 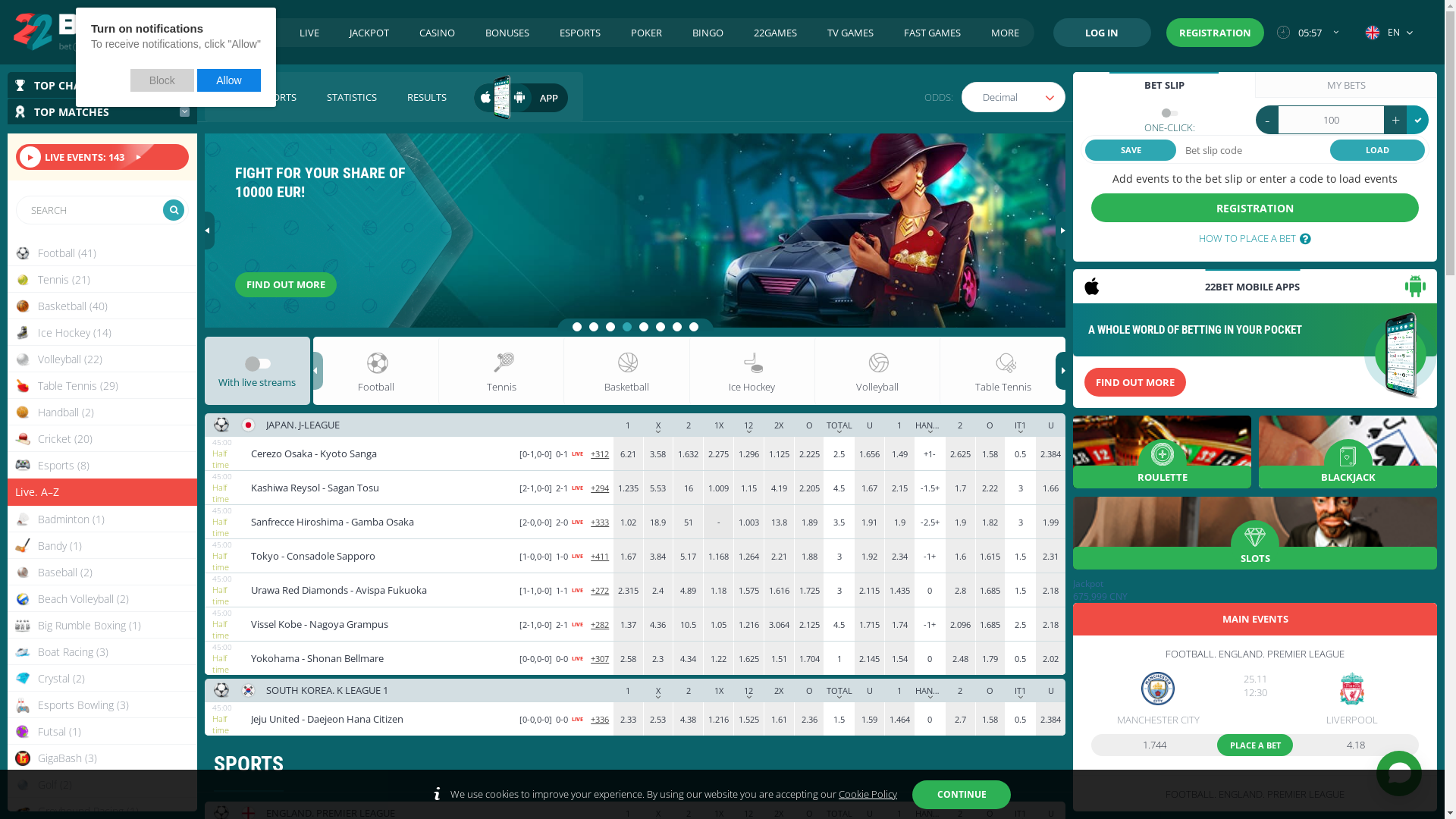 What do you see at coordinates (707, 32) in the screenshot?
I see `'BINGO'` at bounding box center [707, 32].